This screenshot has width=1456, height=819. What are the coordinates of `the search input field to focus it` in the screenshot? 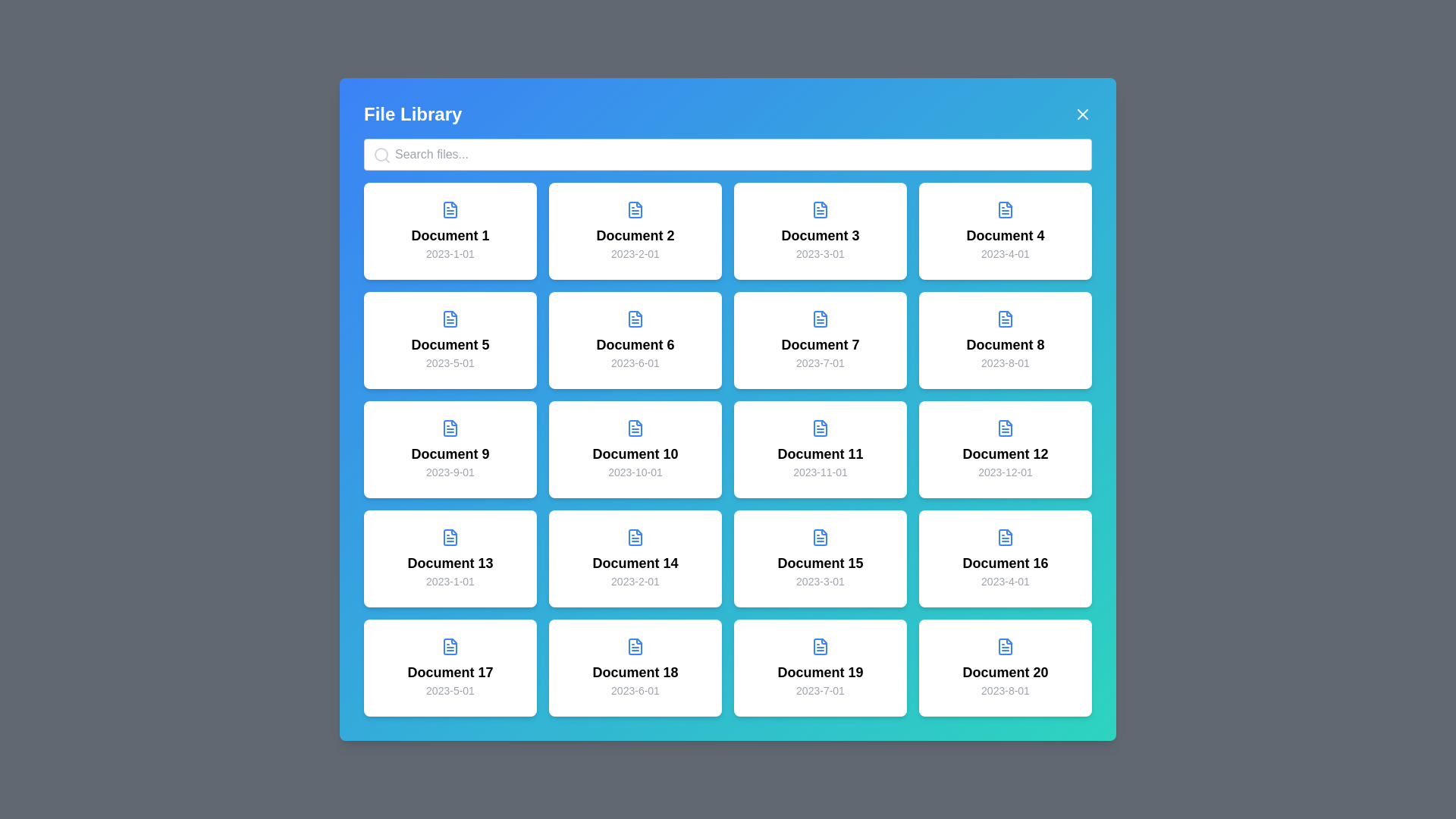 It's located at (728, 155).